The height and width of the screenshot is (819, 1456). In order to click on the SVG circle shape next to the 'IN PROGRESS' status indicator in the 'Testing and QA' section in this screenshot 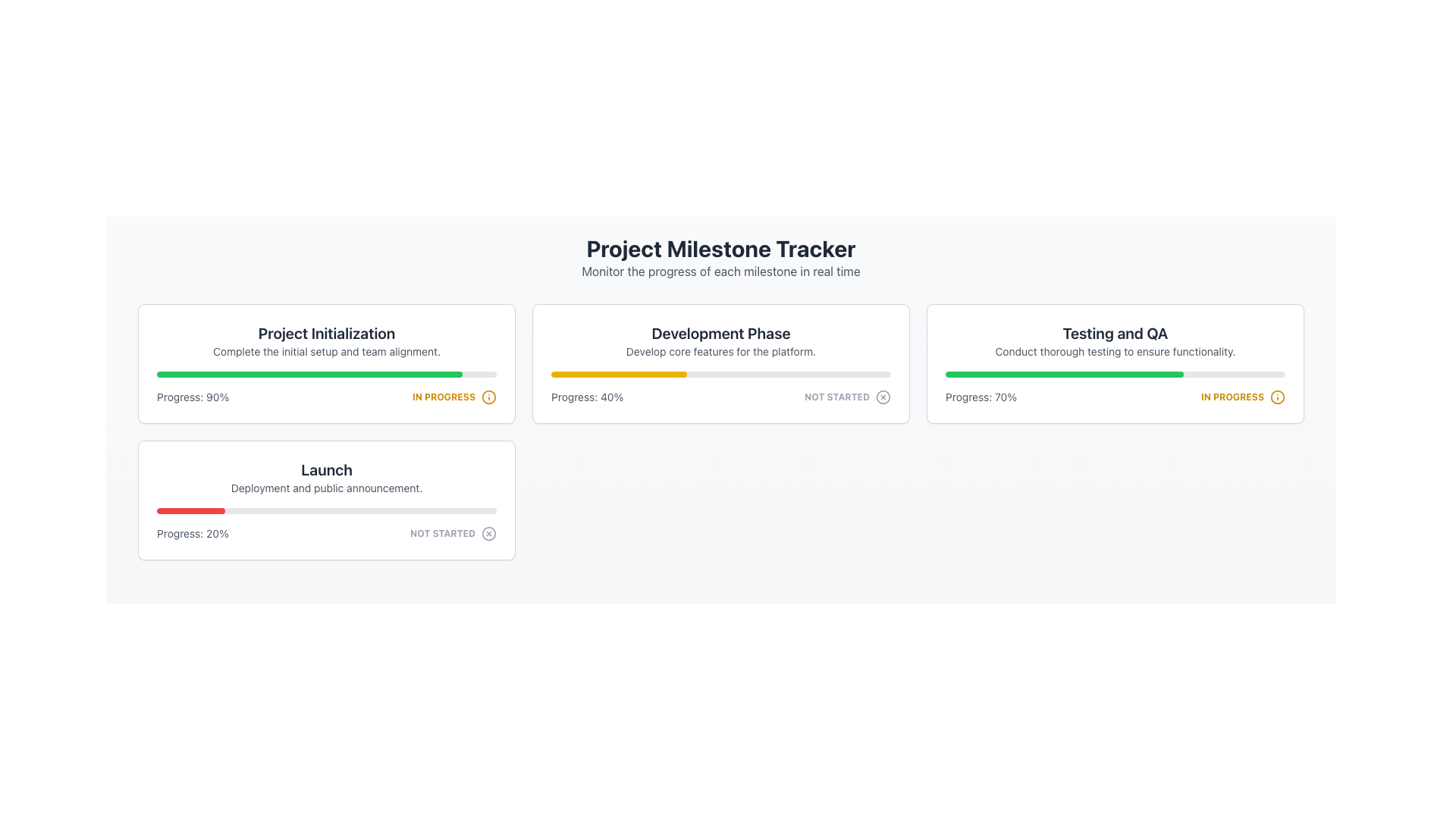, I will do `click(1276, 397)`.